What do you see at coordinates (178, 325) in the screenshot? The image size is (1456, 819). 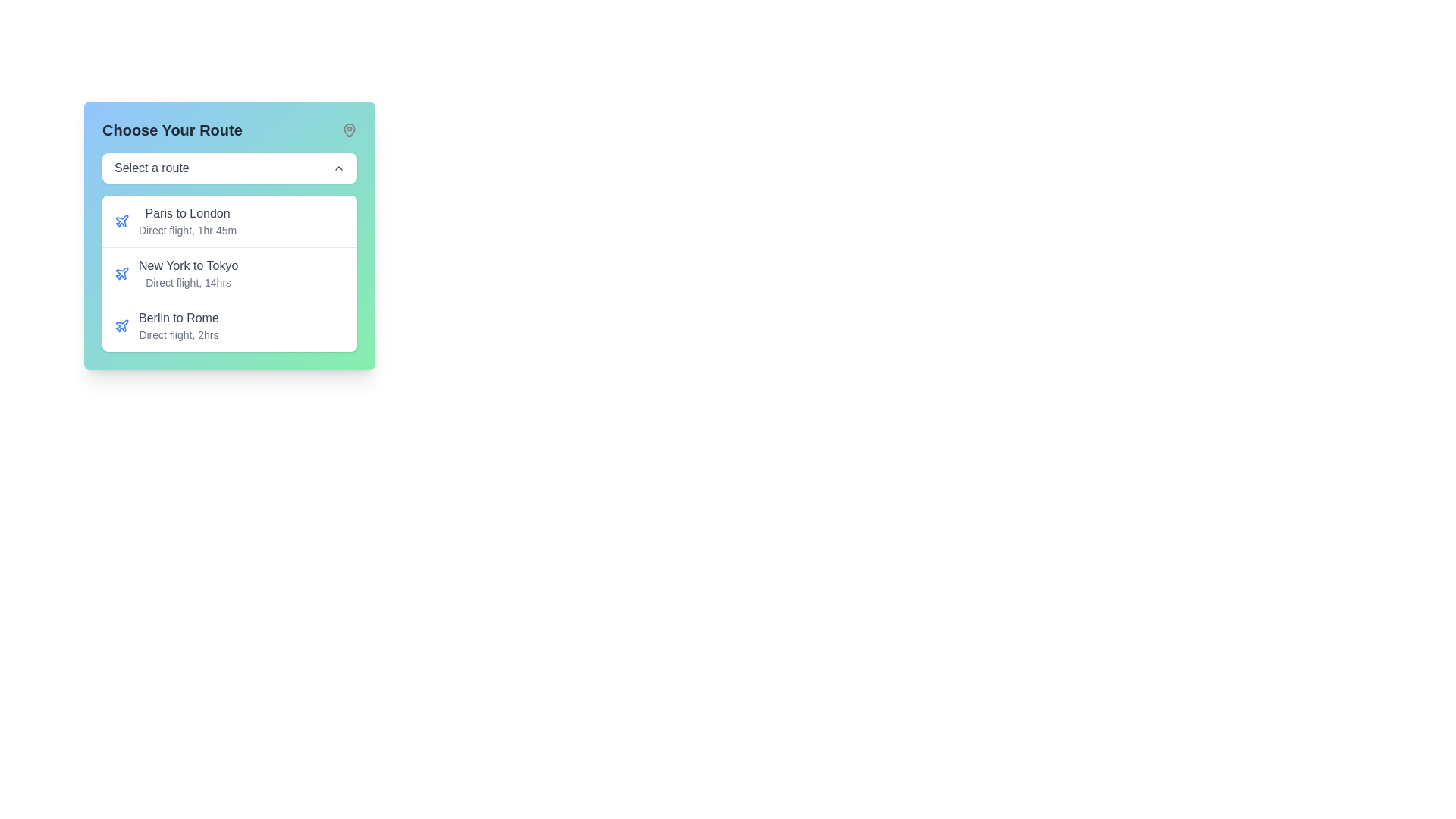 I see `text block containing 'Berlin to Rome' and 'Direct flight, 2hrs' in the dropdown menu labeled 'Choose Your Route'` at bounding box center [178, 325].